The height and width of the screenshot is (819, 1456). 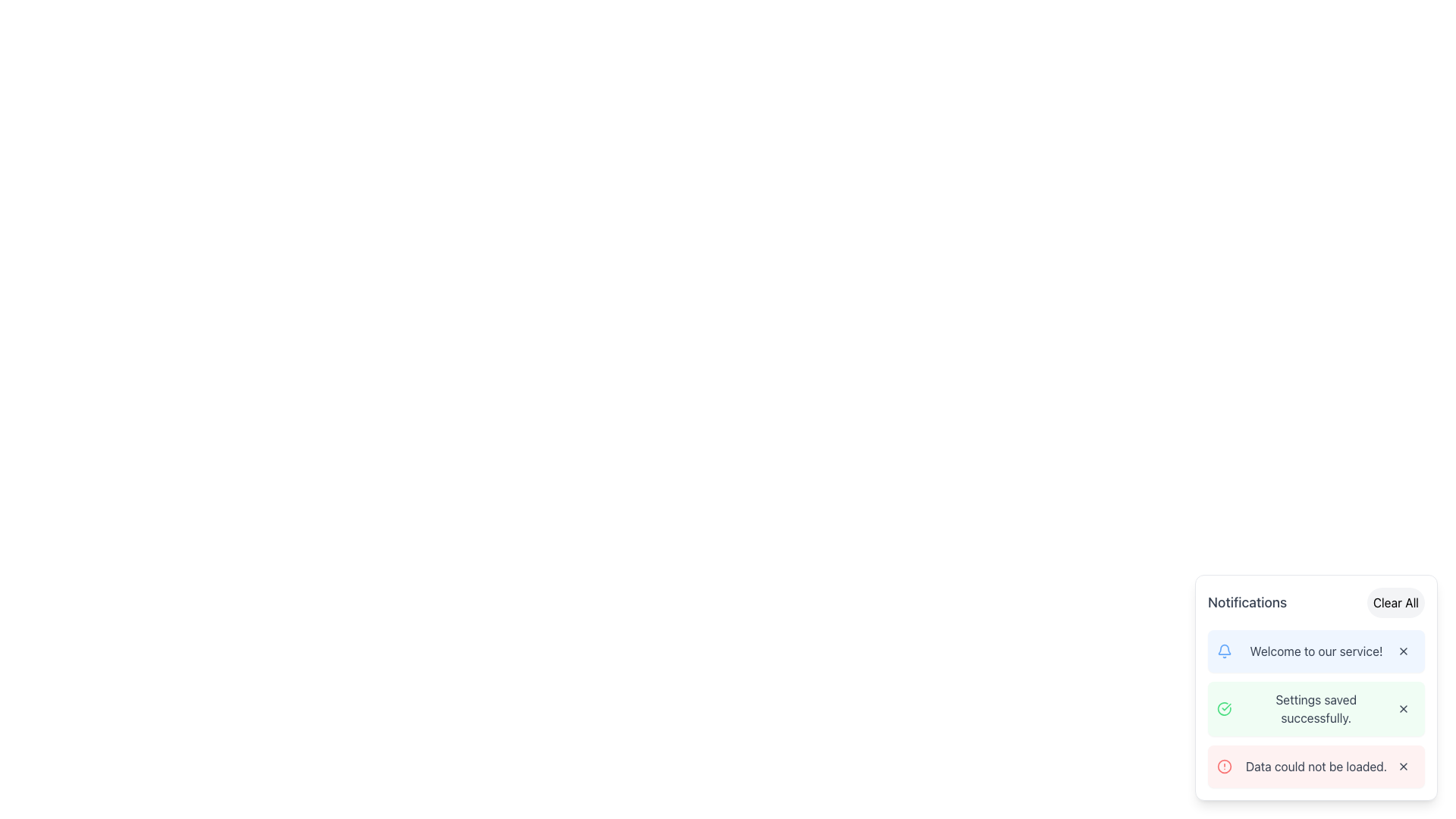 What do you see at coordinates (1403, 651) in the screenshot?
I see `the close icon button resembling an 'X' located to the right of the notification stating 'Welcome to our service!'` at bounding box center [1403, 651].